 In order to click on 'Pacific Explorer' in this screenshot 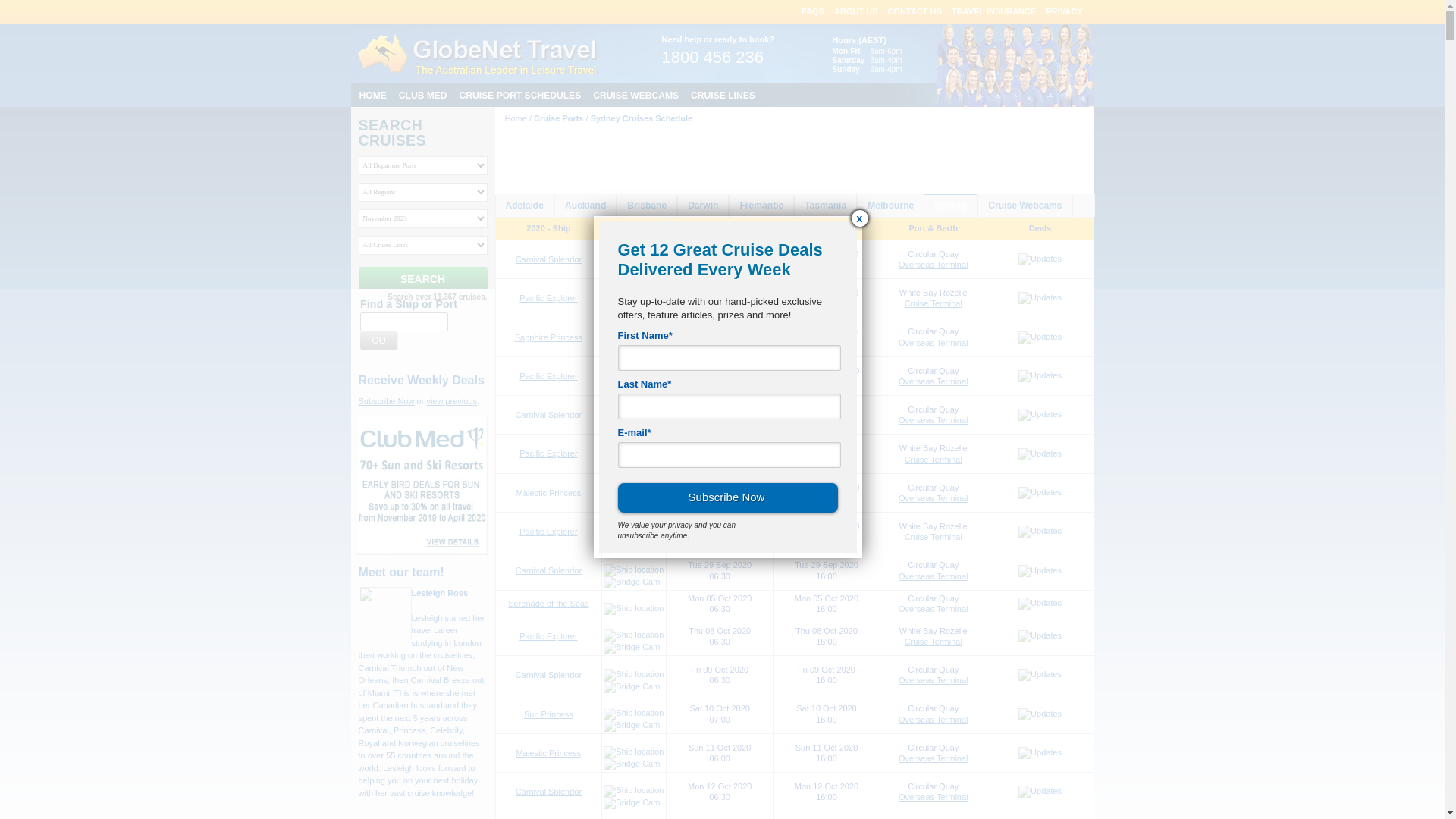, I will do `click(548, 452)`.